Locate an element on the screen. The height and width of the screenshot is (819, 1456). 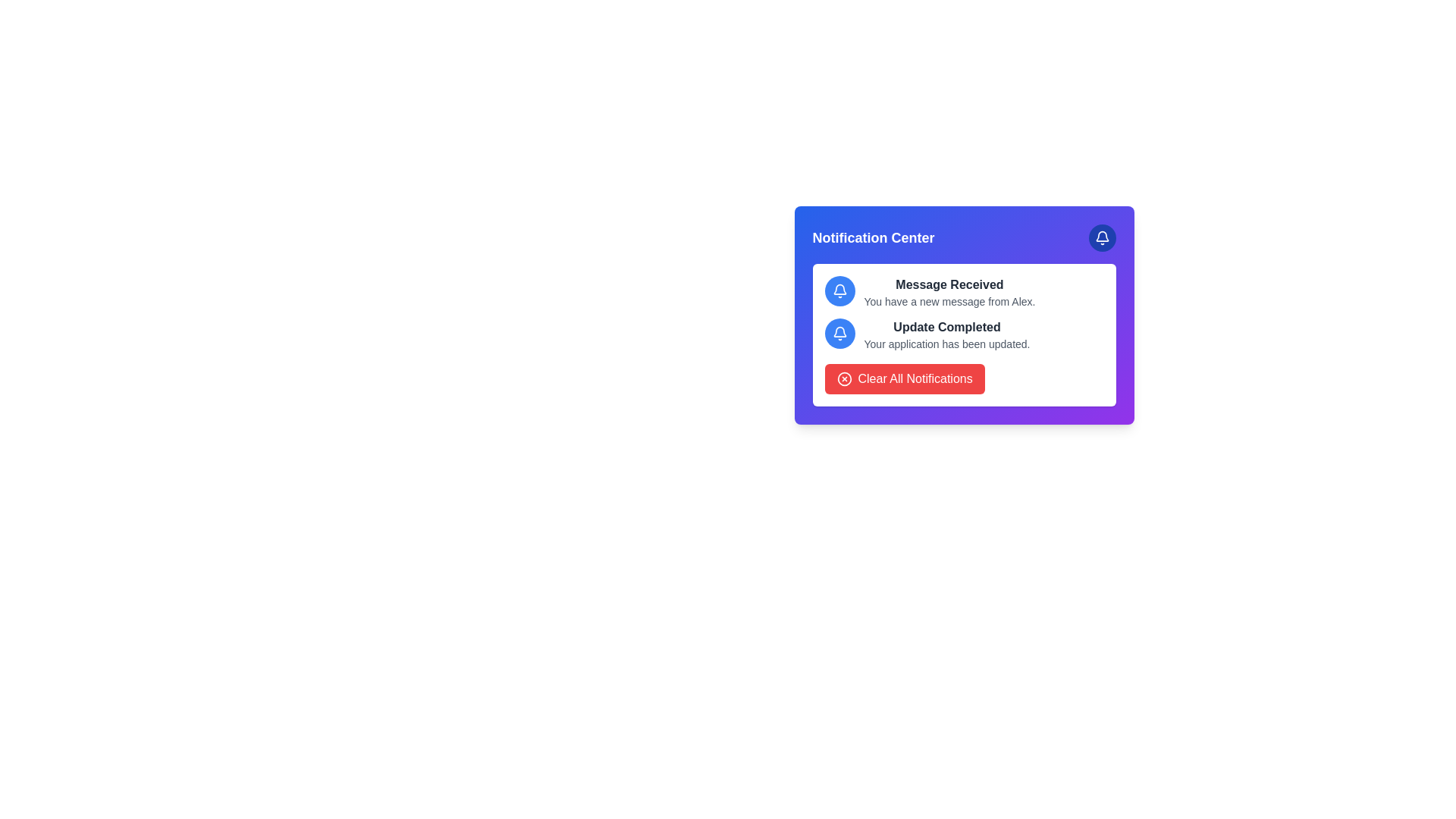
the text label that displays 'You have a new message from Alex.' located below the header 'Message Received.' is located at coordinates (949, 301).